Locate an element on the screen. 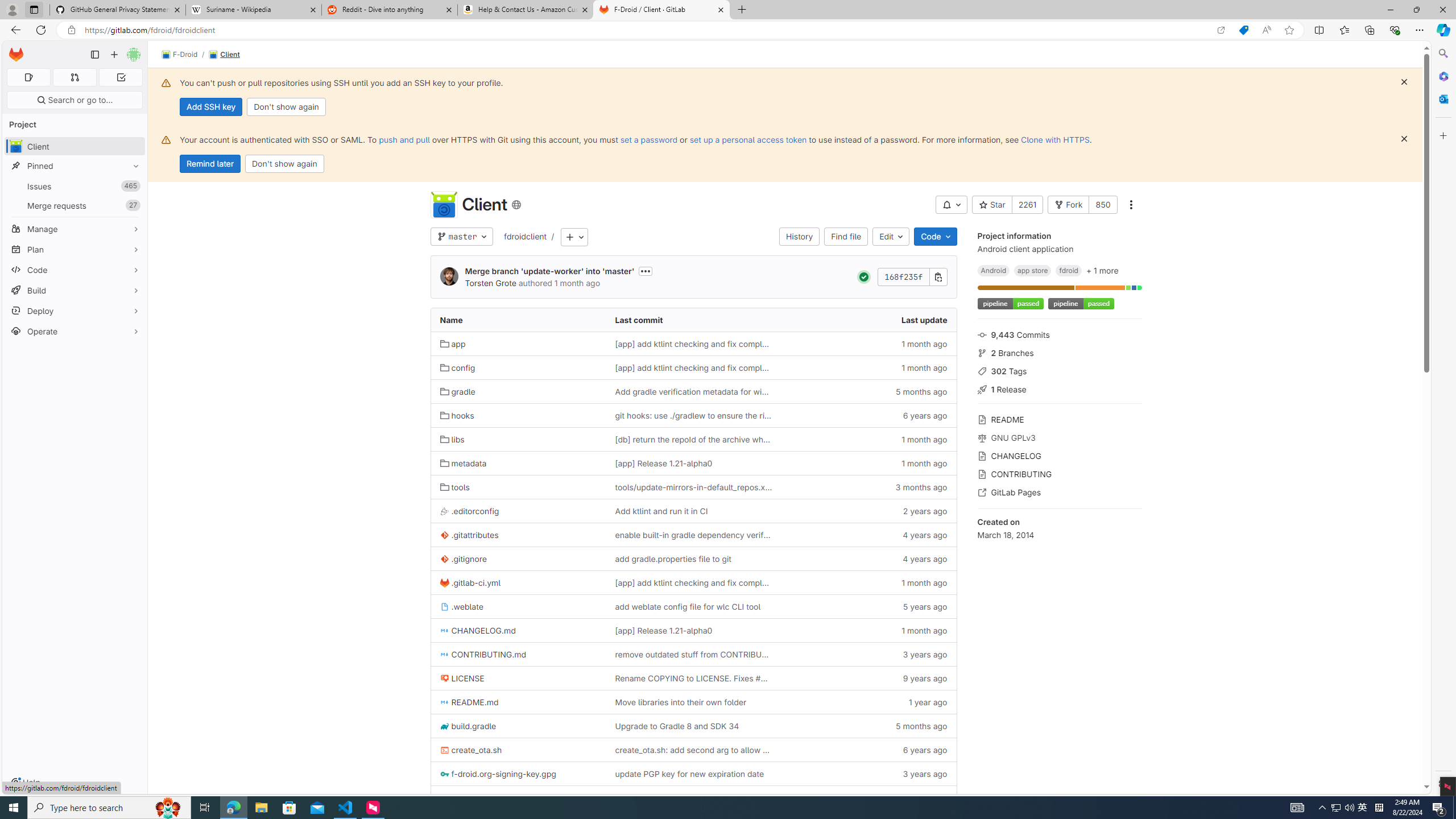  '.gitattributes' is located at coordinates (518, 534).